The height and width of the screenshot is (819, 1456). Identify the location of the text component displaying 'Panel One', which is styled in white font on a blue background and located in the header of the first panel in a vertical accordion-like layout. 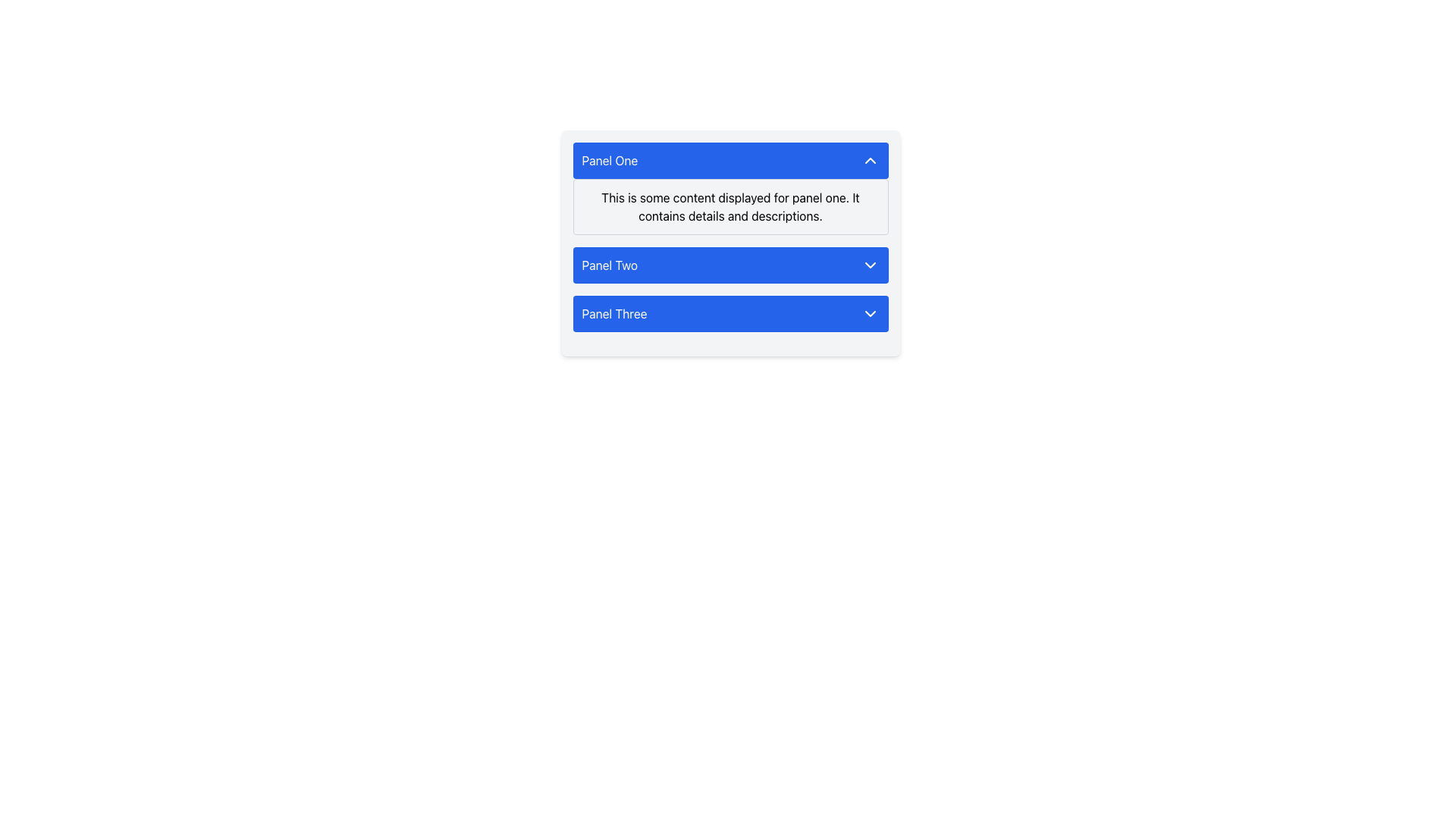
(610, 161).